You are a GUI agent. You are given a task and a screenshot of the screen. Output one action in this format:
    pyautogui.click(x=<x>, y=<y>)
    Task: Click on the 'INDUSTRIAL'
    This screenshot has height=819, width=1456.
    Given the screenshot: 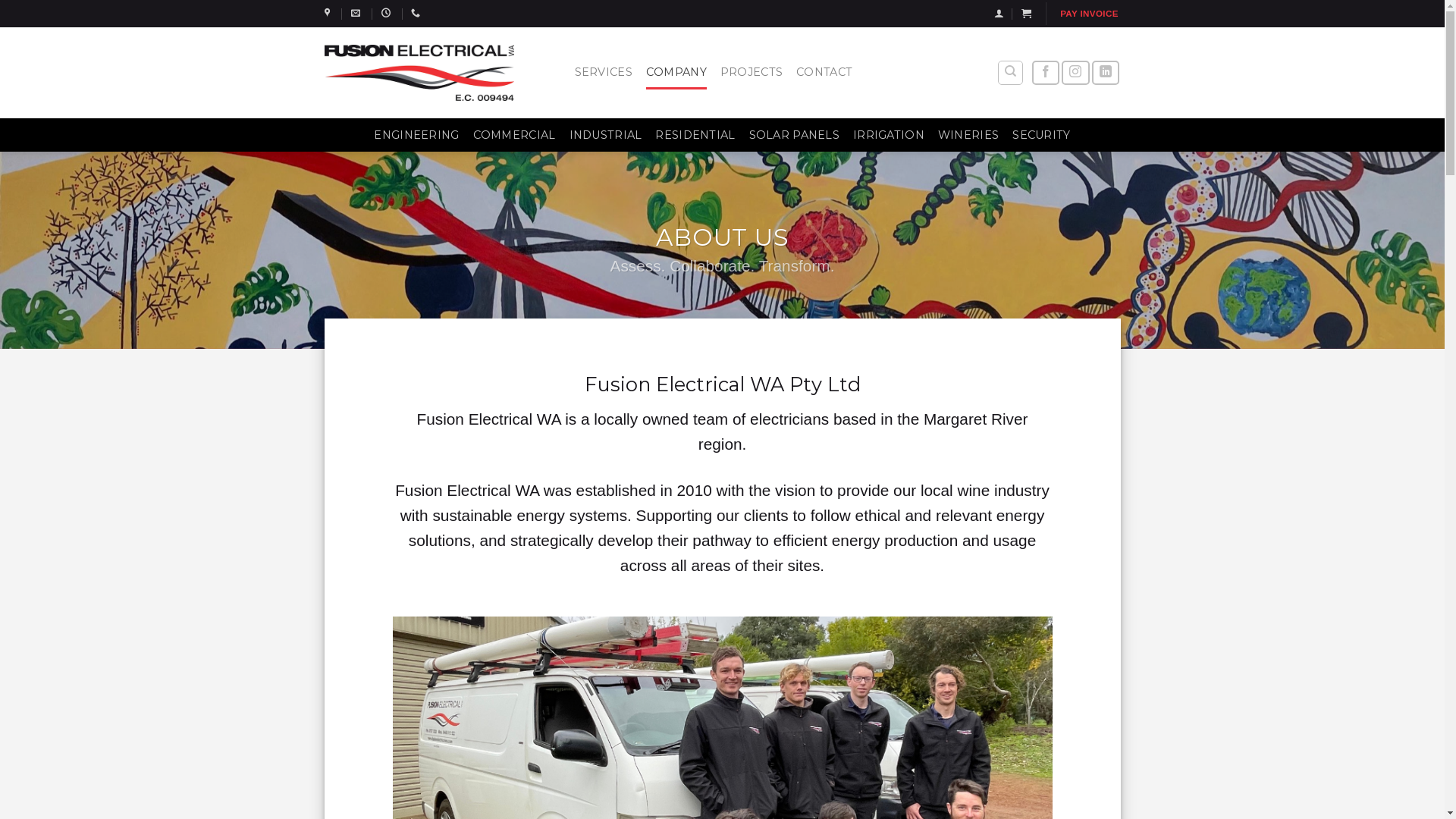 What is the action you would take?
    pyautogui.click(x=604, y=133)
    